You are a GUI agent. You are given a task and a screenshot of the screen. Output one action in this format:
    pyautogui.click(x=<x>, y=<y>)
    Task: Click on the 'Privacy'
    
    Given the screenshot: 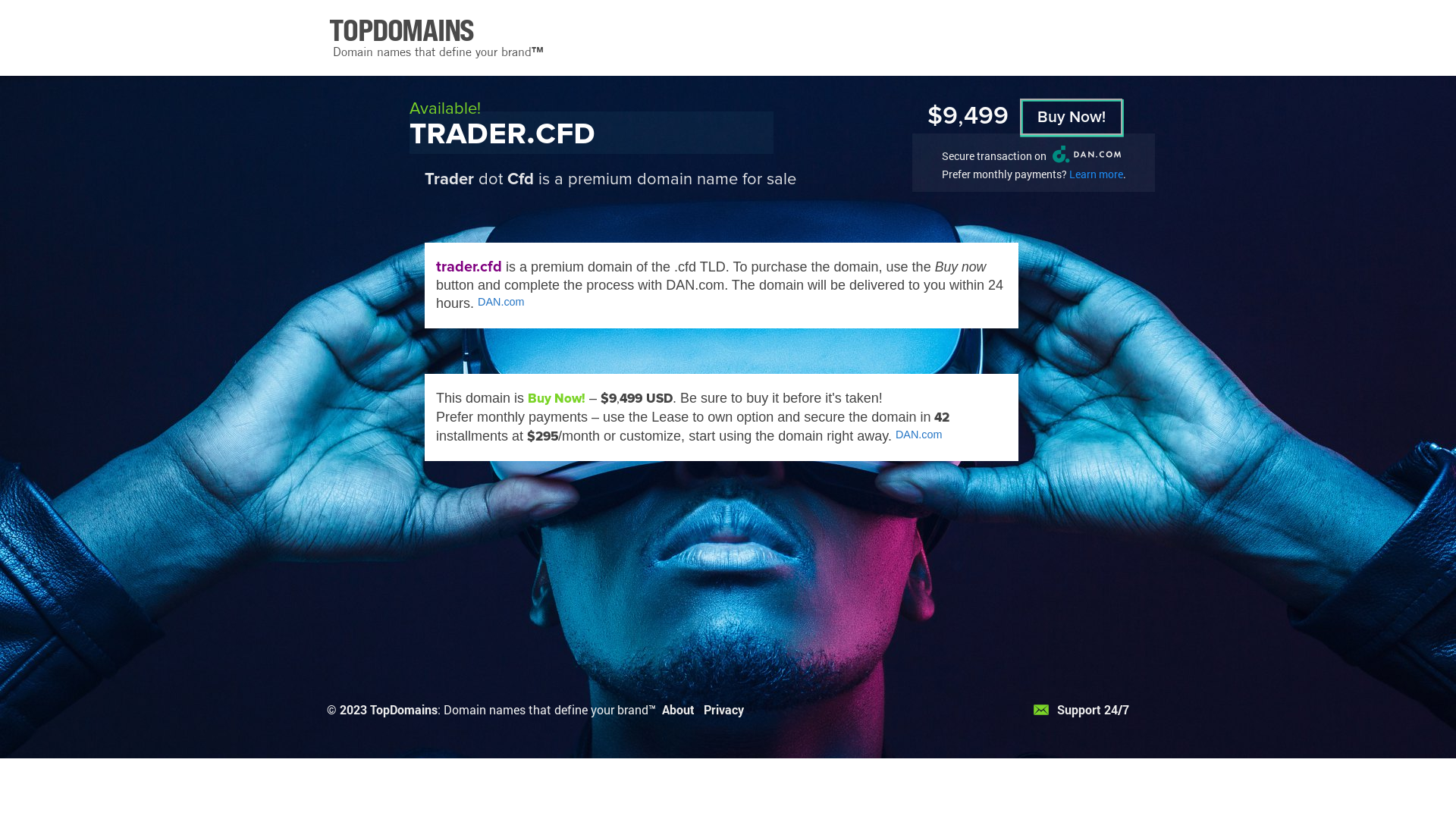 What is the action you would take?
    pyautogui.click(x=702, y=709)
    